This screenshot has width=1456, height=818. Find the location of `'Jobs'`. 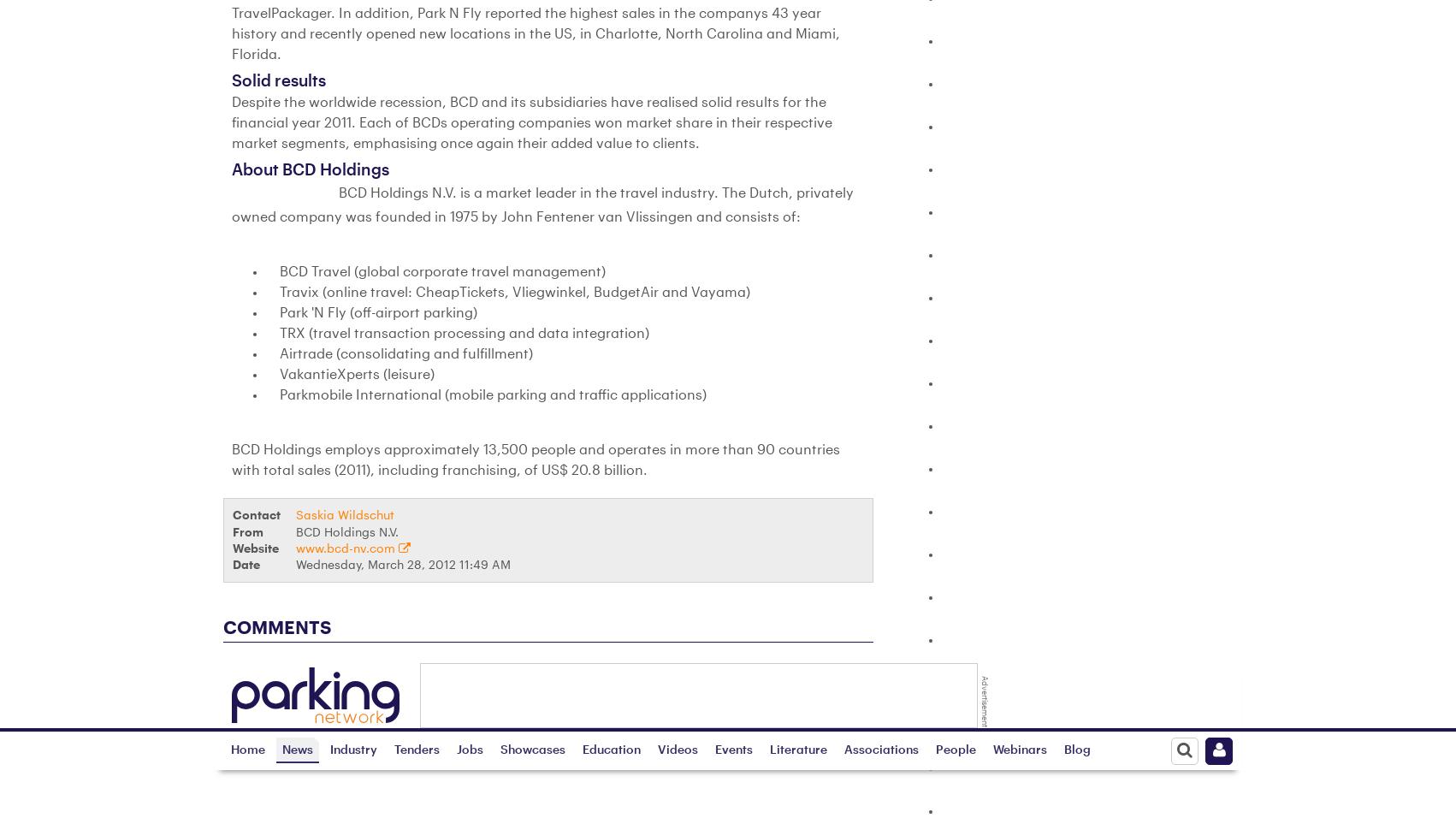

'Jobs' is located at coordinates (474, 714).